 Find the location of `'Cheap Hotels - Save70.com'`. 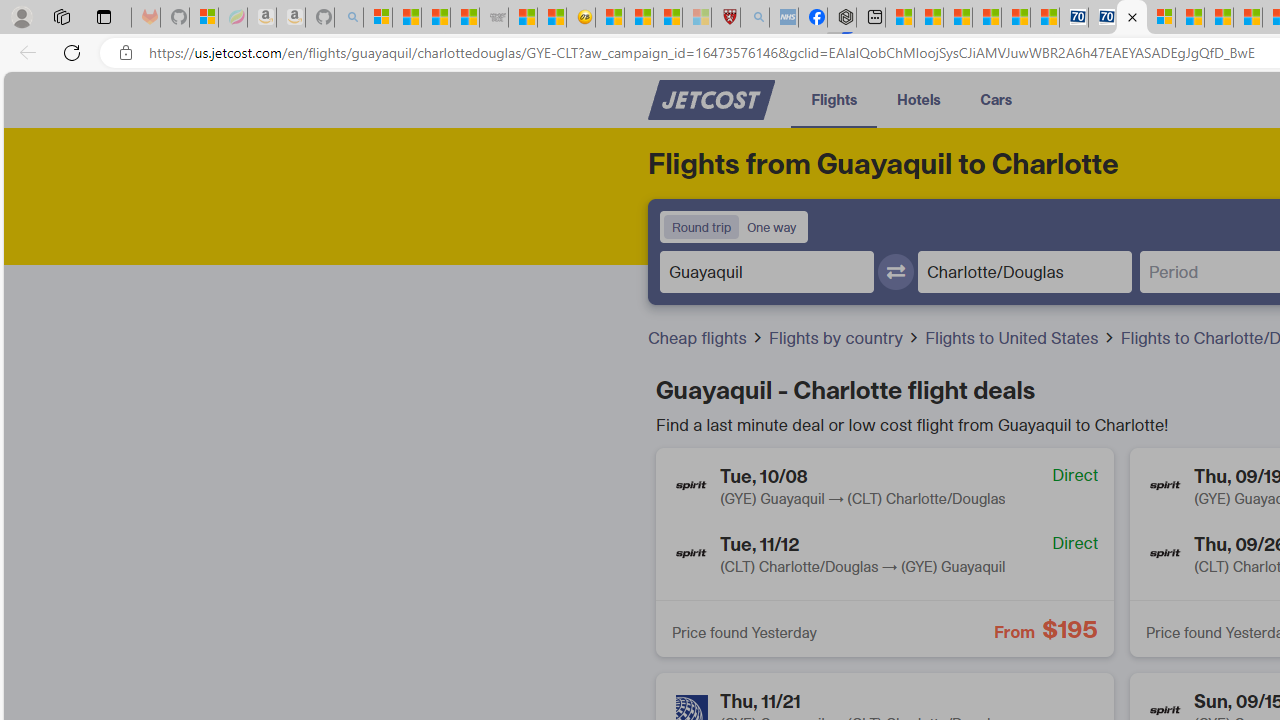

'Cheap Hotels - Save70.com' is located at coordinates (1102, 17).